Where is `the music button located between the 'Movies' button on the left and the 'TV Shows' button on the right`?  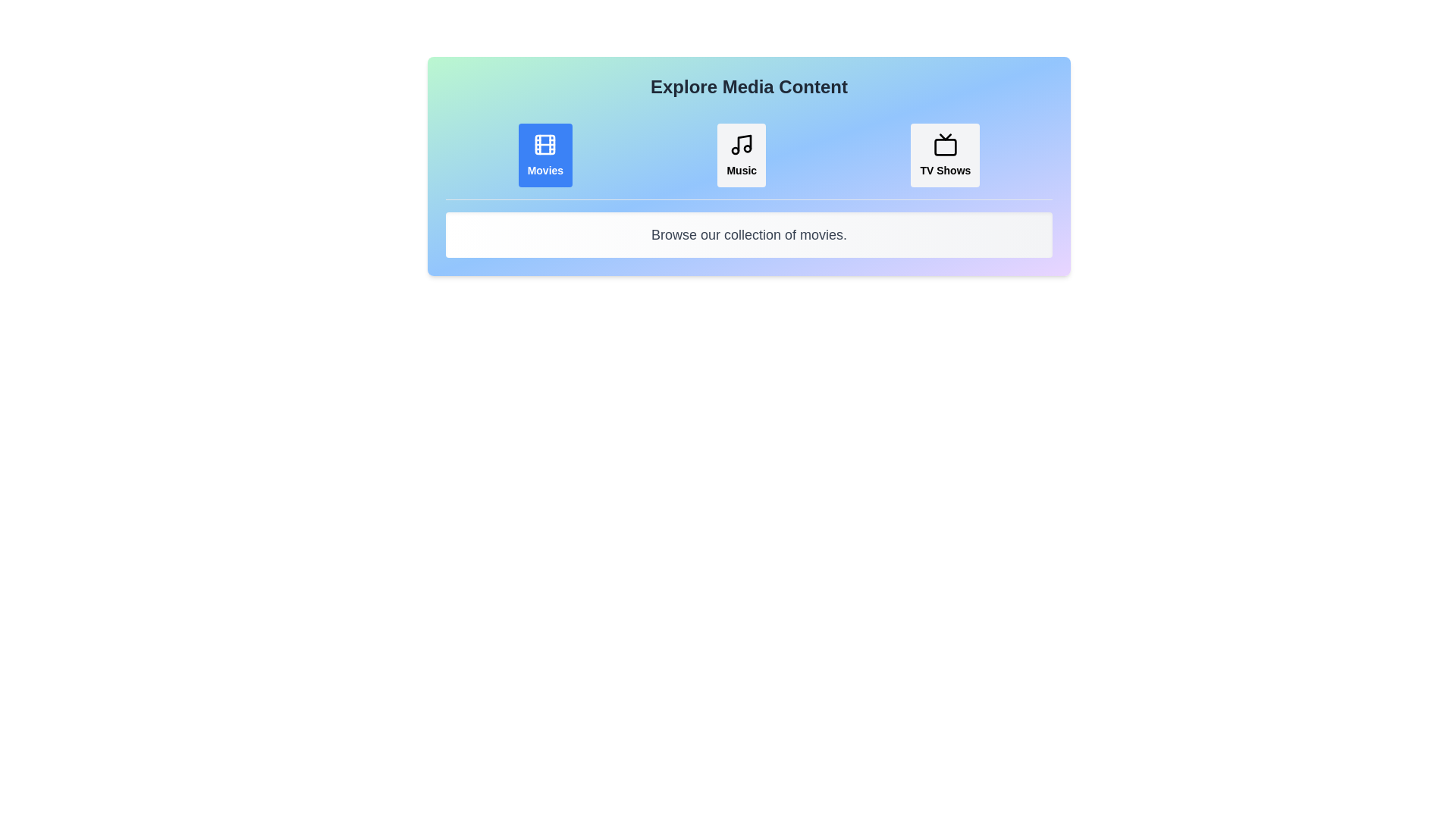
the music button located between the 'Movies' button on the left and the 'TV Shows' button on the right is located at coordinates (742, 155).